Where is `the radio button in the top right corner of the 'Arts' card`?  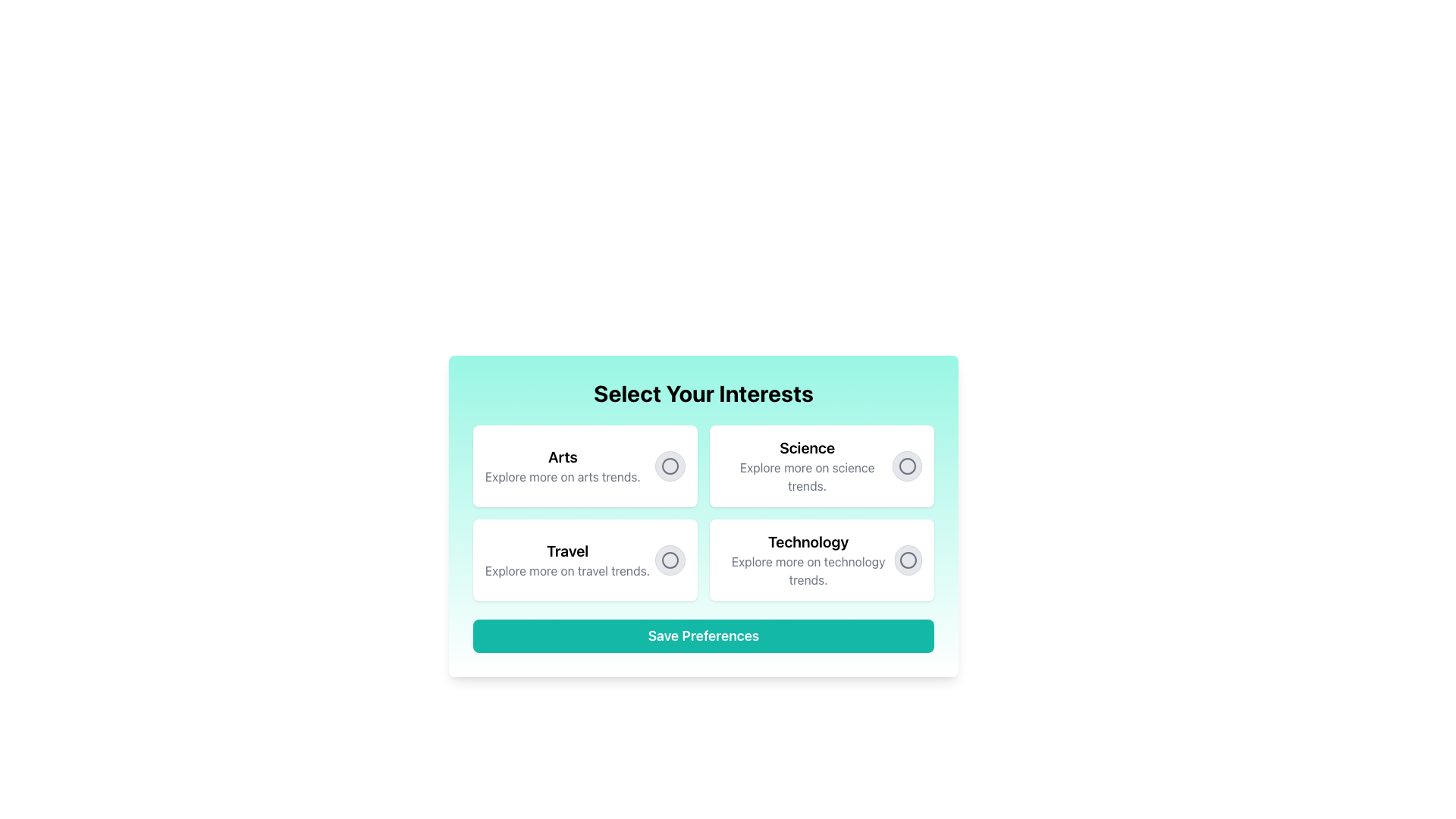 the radio button in the top right corner of the 'Arts' card is located at coordinates (669, 465).